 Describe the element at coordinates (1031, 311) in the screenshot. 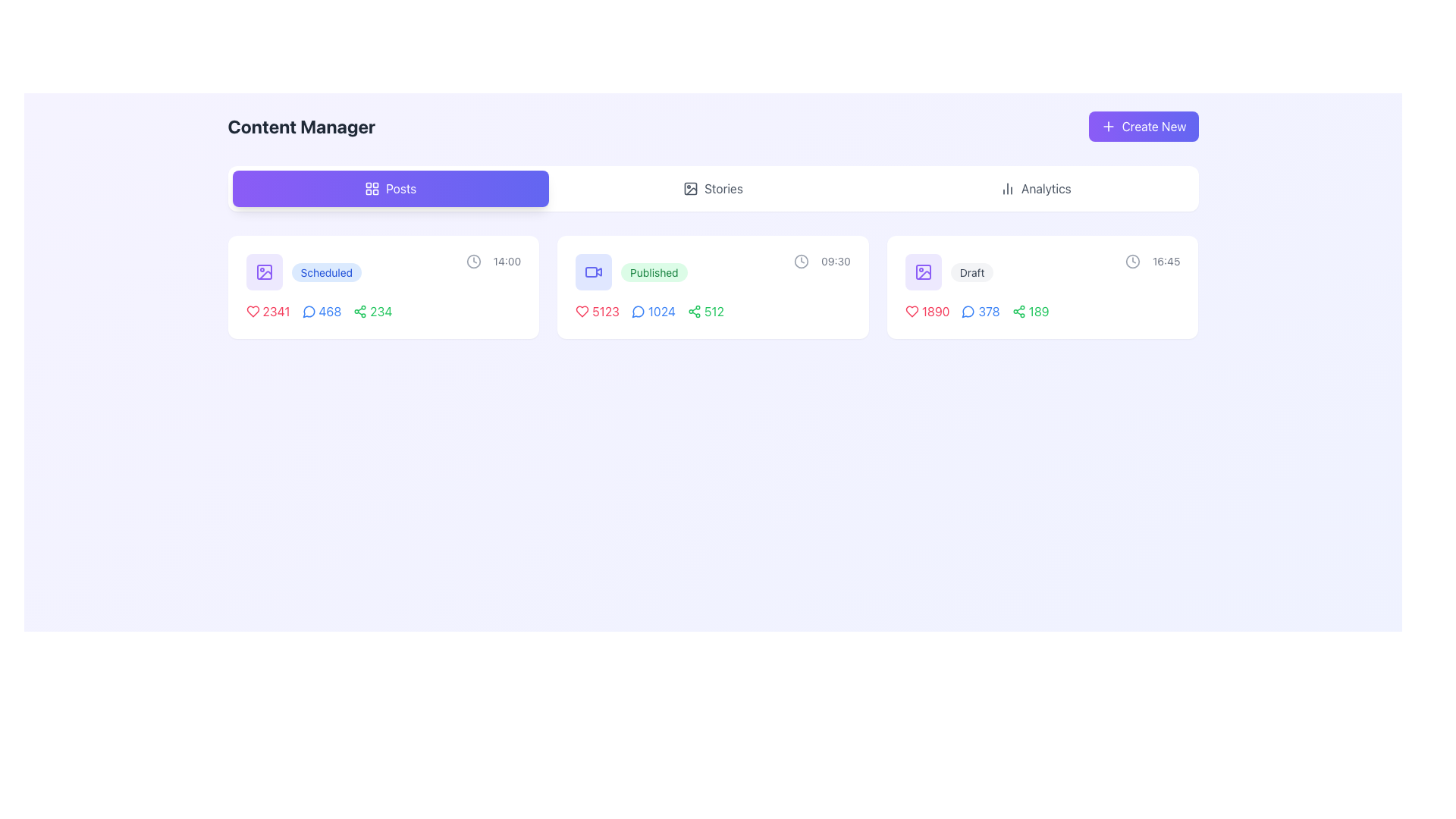

I see `the share count by clicking on the share icon located in the third content card, which is the last interaction indicator after the comment and like indicators` at that location.